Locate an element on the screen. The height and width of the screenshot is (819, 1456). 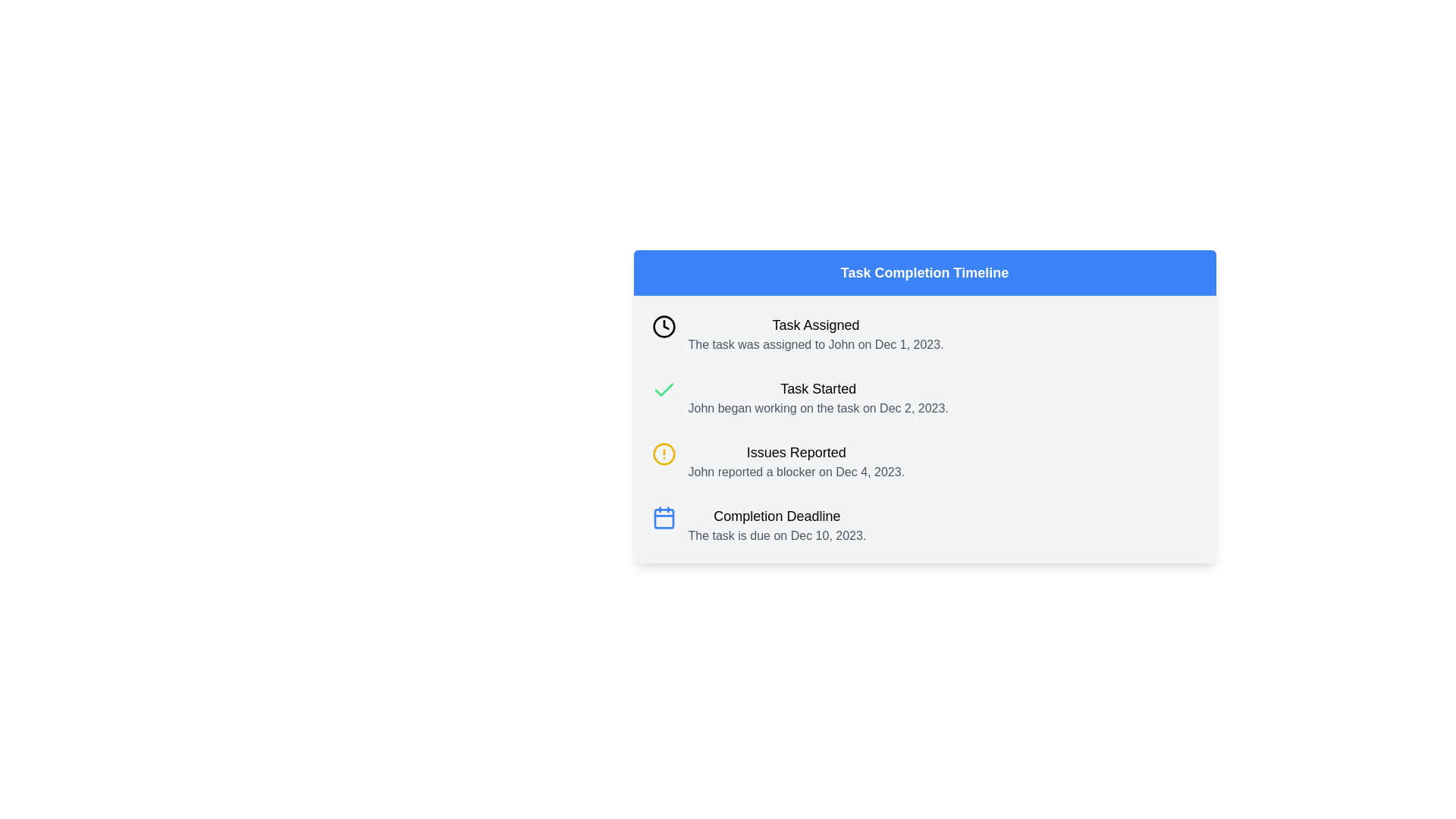
the deadline icon located at the far left of the 'Completion Deadline' section in the 'Task Completion Timeline' is located at coordinates (664, 516).